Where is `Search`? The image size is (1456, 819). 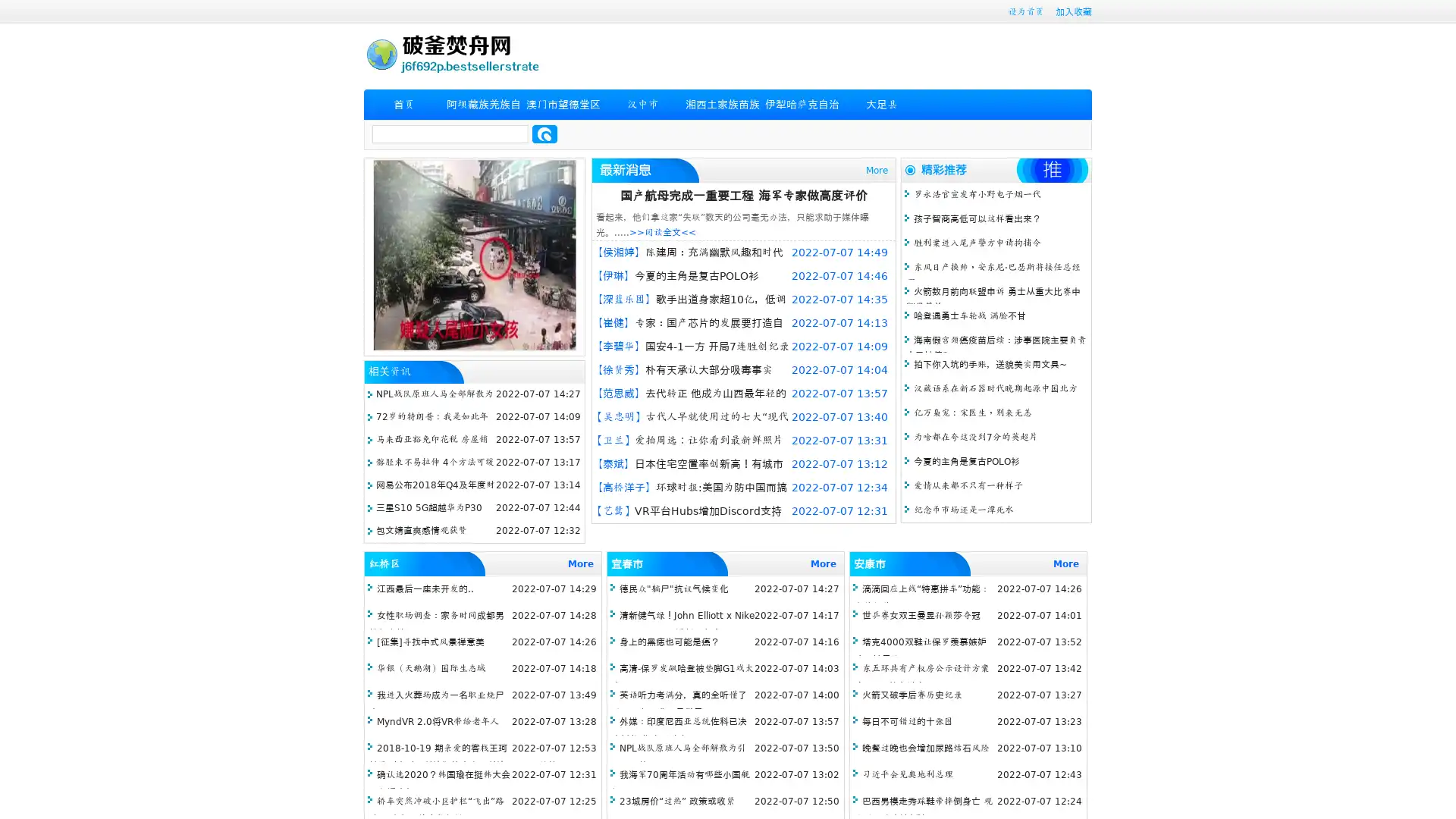
Search is located at coordinates (544, 133).